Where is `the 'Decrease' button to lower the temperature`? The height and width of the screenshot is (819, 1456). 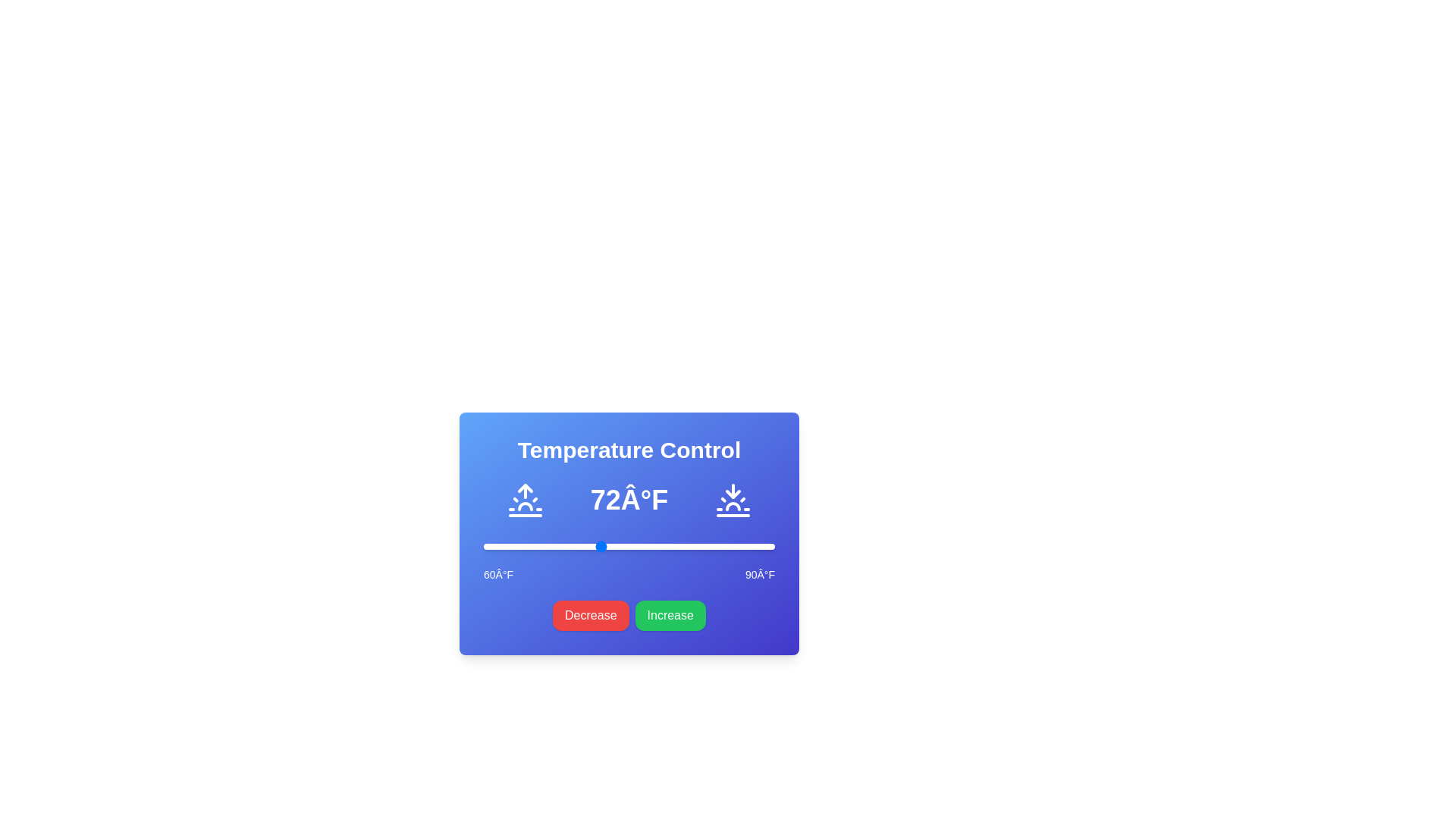
the 'Decrease' button to lower the temperature is located at coordinates (590, 616).